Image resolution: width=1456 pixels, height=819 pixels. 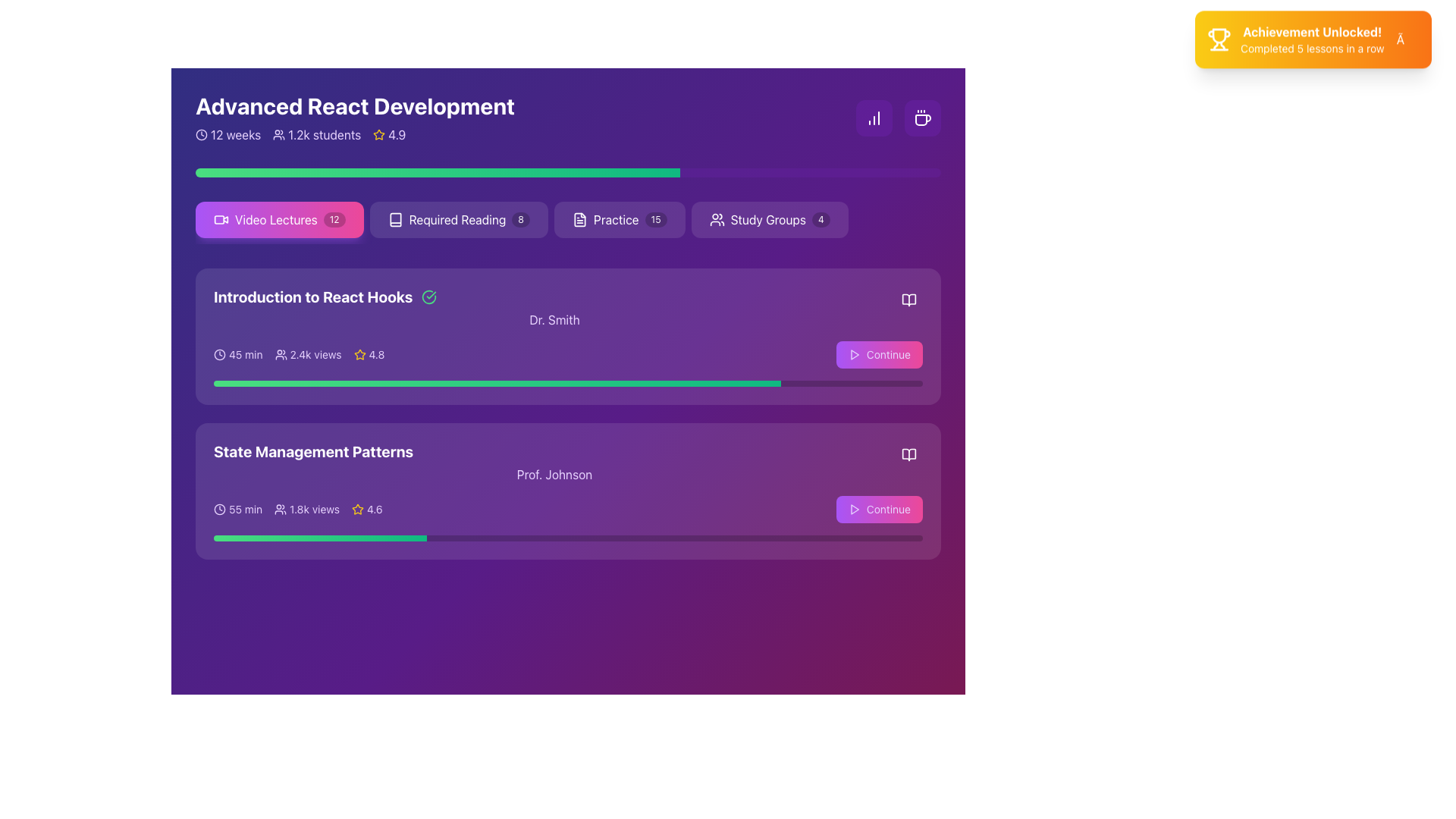 I want to click on the decorative rectangle element with rounded corners within the SVG icon located on the right side of the rectangular card in the second row, just leftward of the 'Continue' button, so click(x=218, y=219).